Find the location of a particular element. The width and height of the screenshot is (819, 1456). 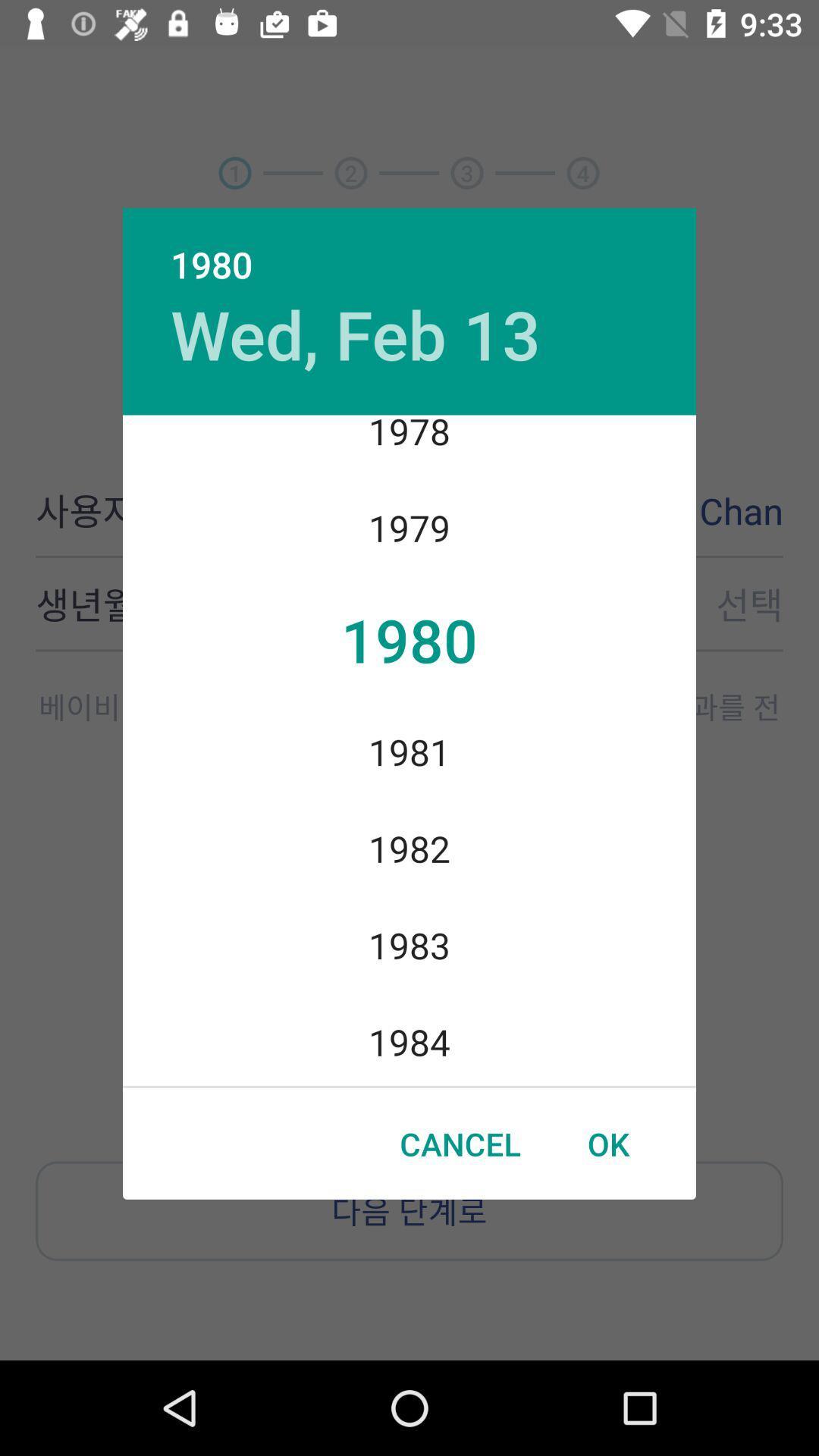

icon above 1978 item is located at coordinates (356, 333).